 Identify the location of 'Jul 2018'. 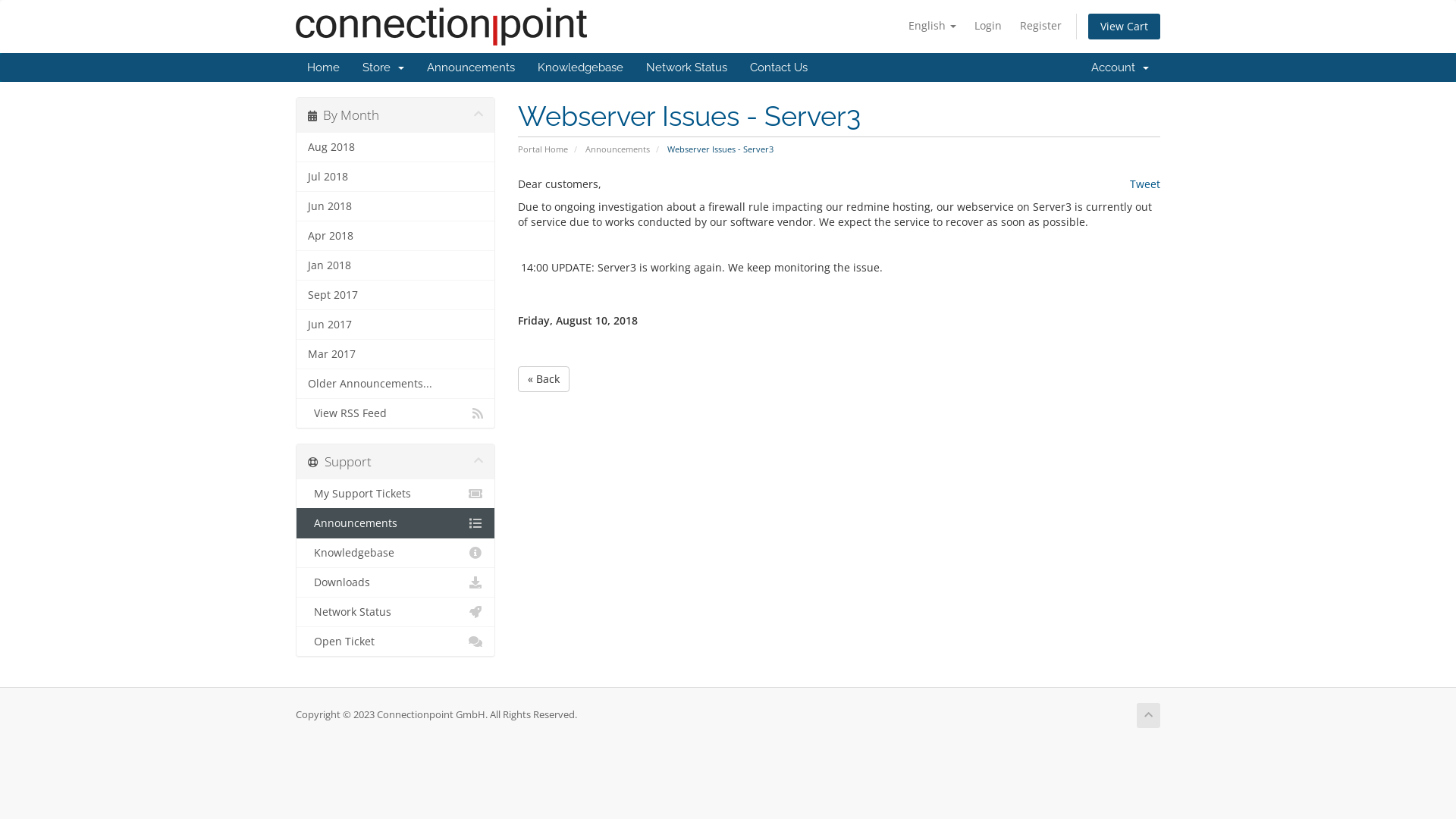
(395, 175).